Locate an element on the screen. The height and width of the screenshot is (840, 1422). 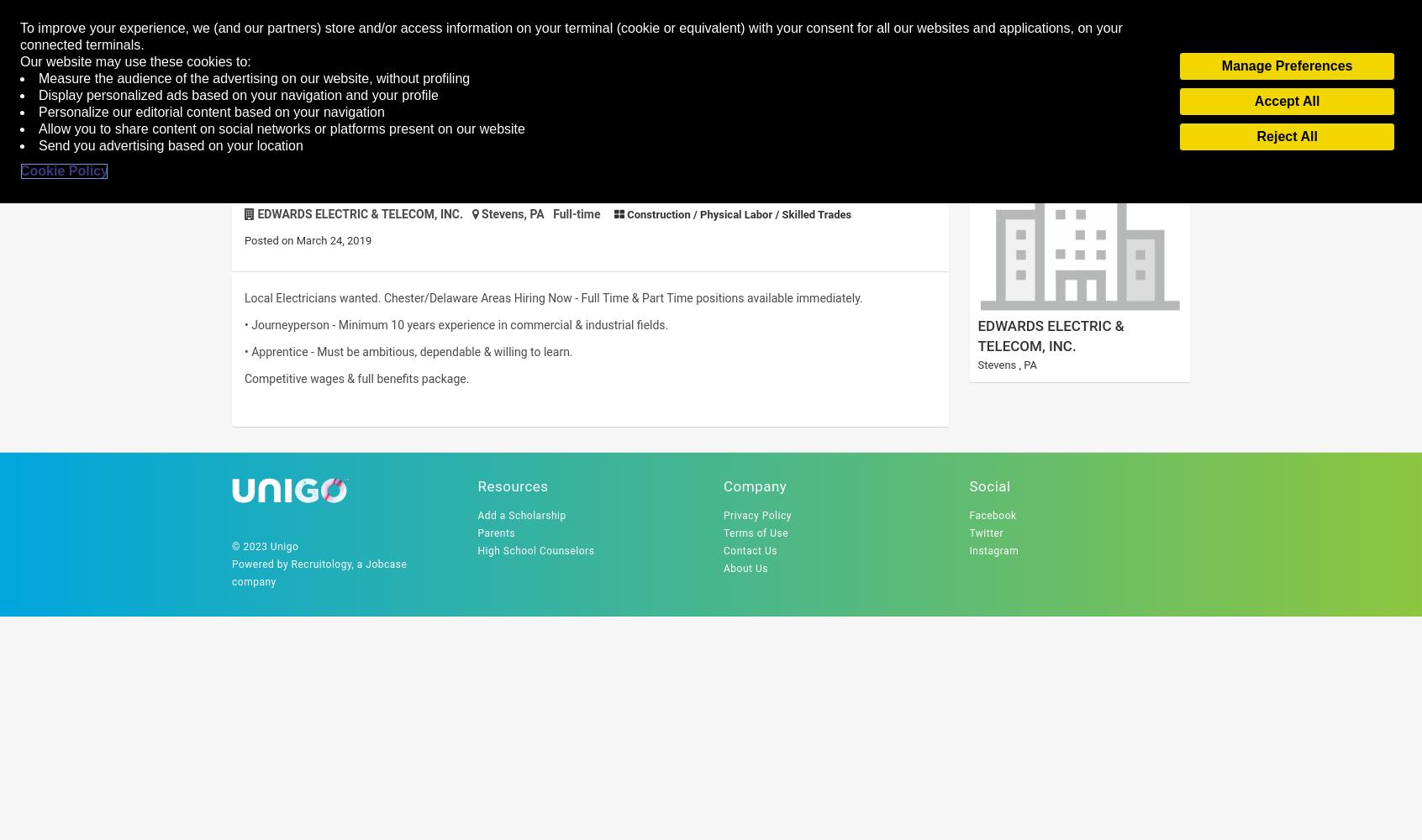
'Instagram' is located at coordinates (967, 551).